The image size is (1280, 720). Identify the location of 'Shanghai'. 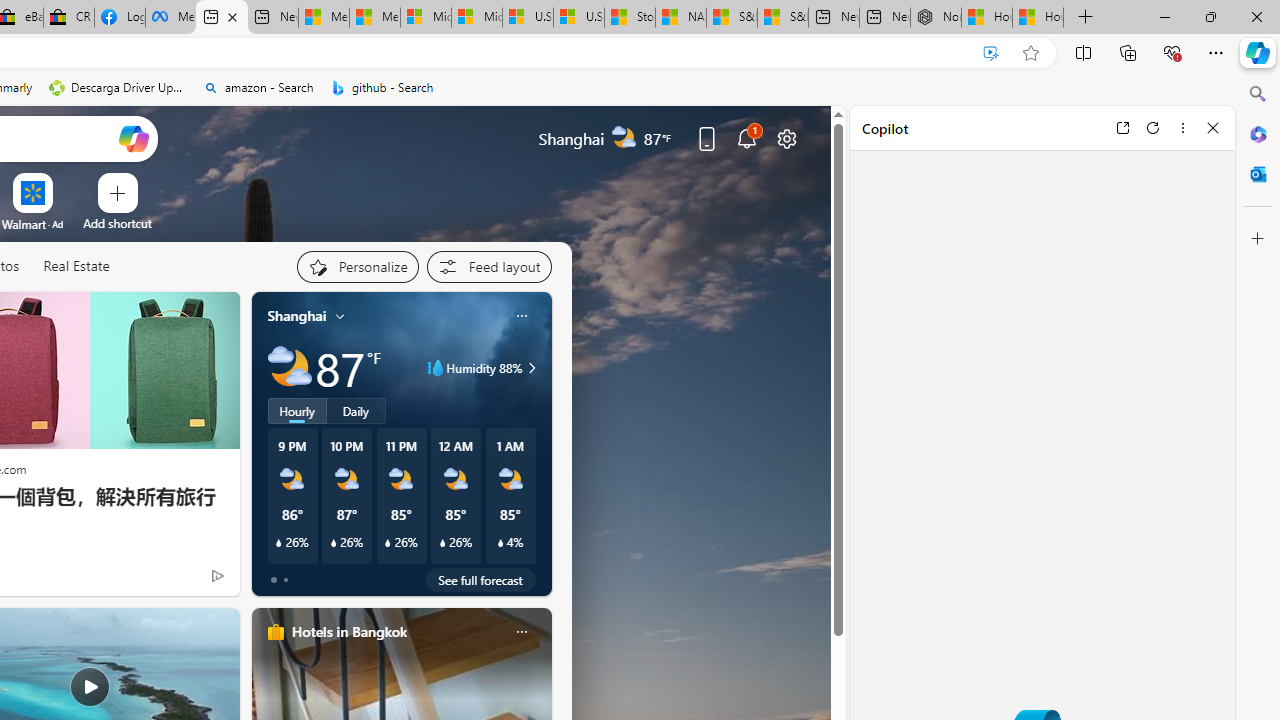
(295, 315).